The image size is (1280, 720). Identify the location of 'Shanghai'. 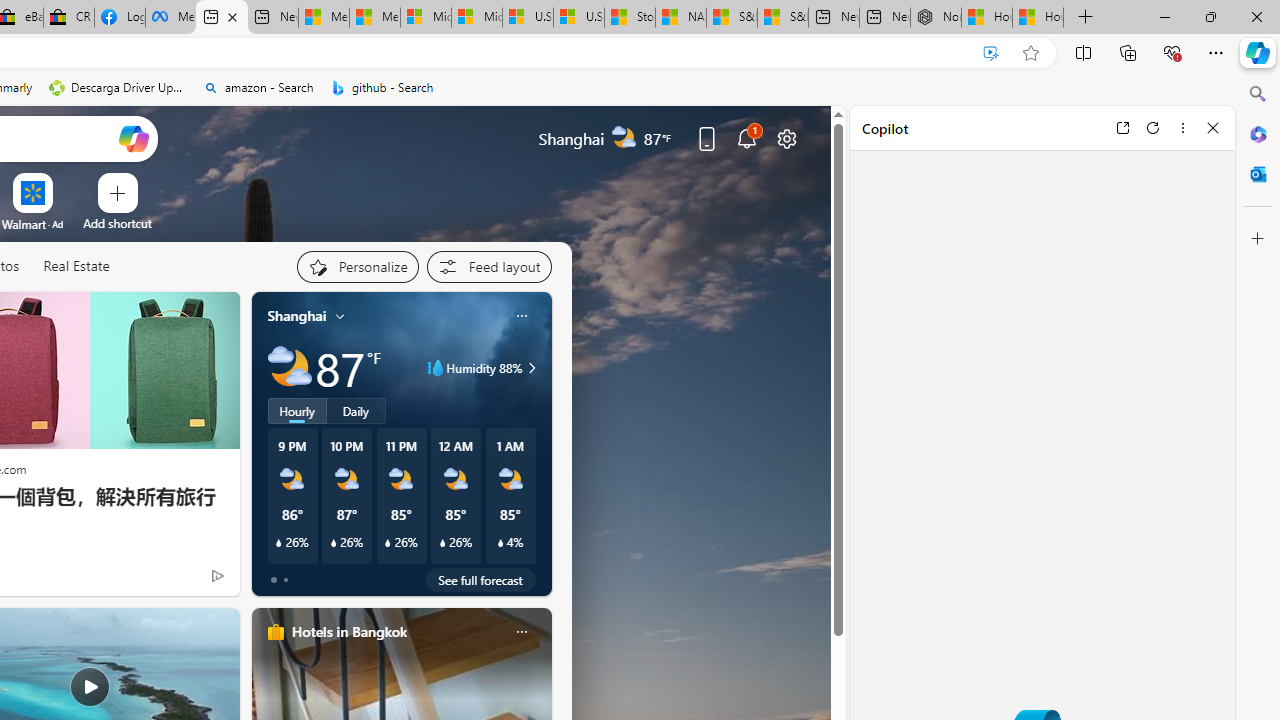
(295, 315).